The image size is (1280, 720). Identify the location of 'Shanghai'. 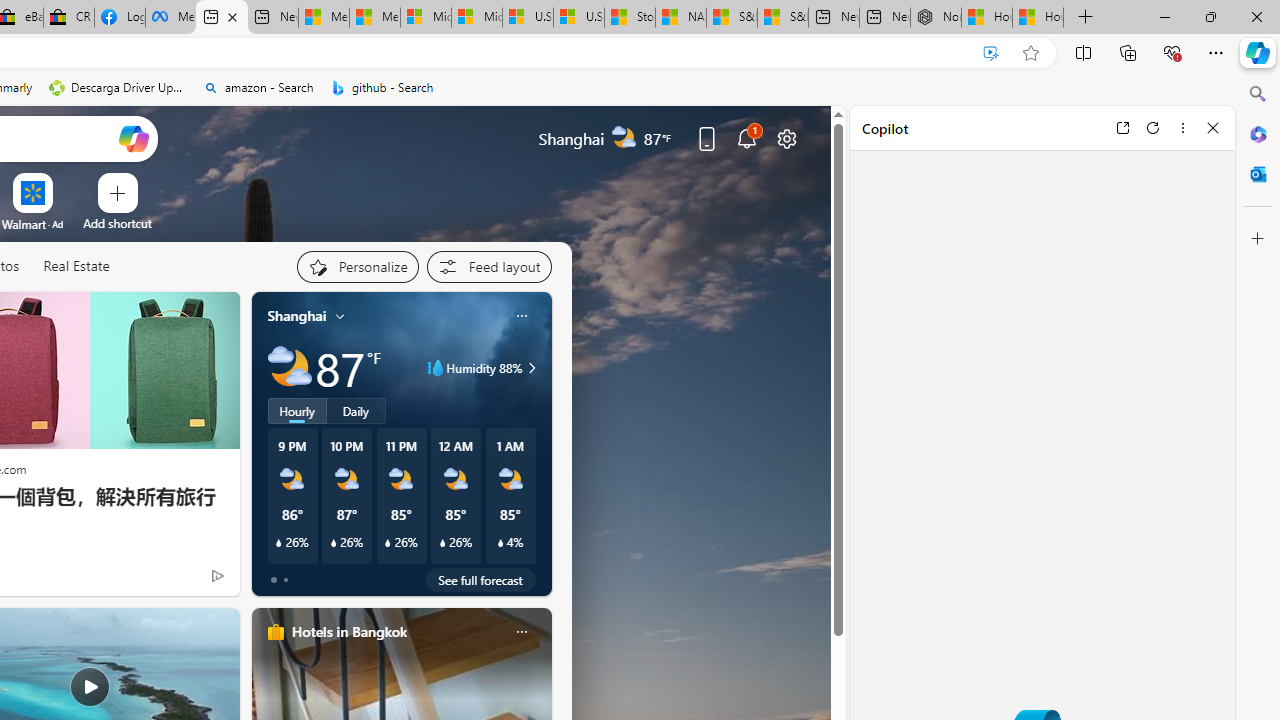
(295, 315).